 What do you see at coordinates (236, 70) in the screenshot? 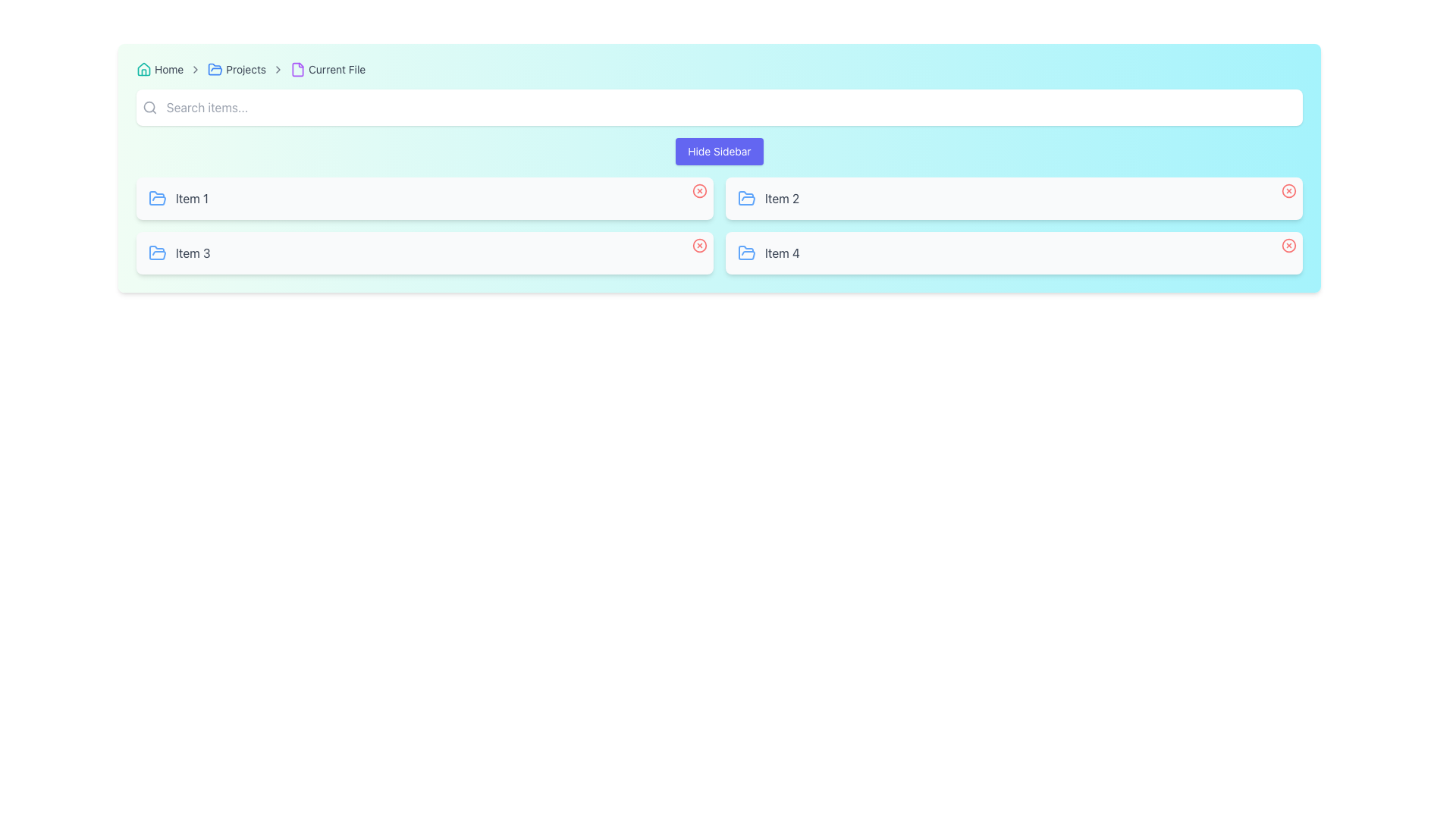
I see `the breadcrumb navigation link indicating the 'Projects' level, which is the second node in the breadcrumb navigation bar` at bounding box center [236, 70].